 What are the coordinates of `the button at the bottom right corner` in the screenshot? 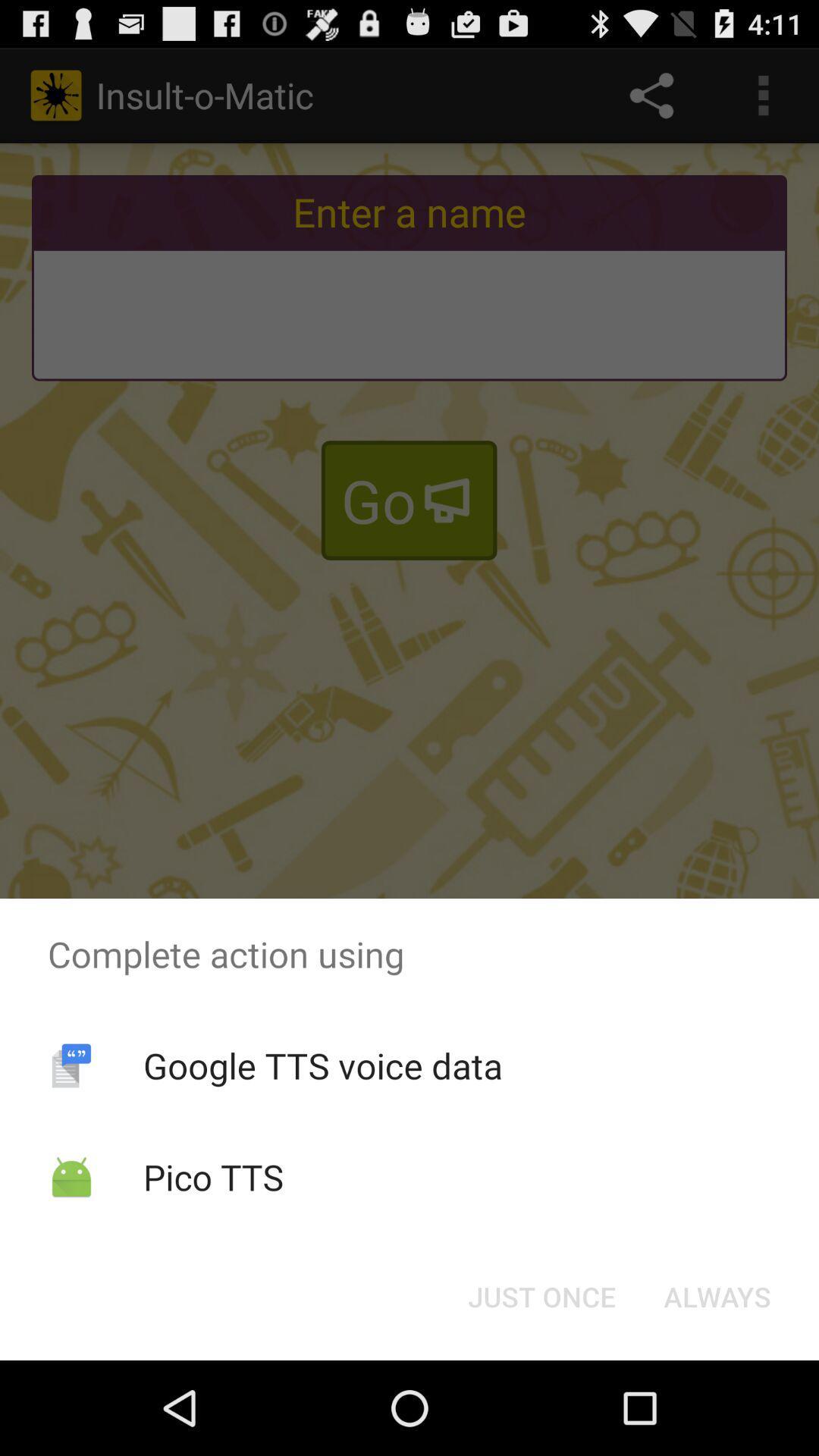 It's located at (717, 1295).